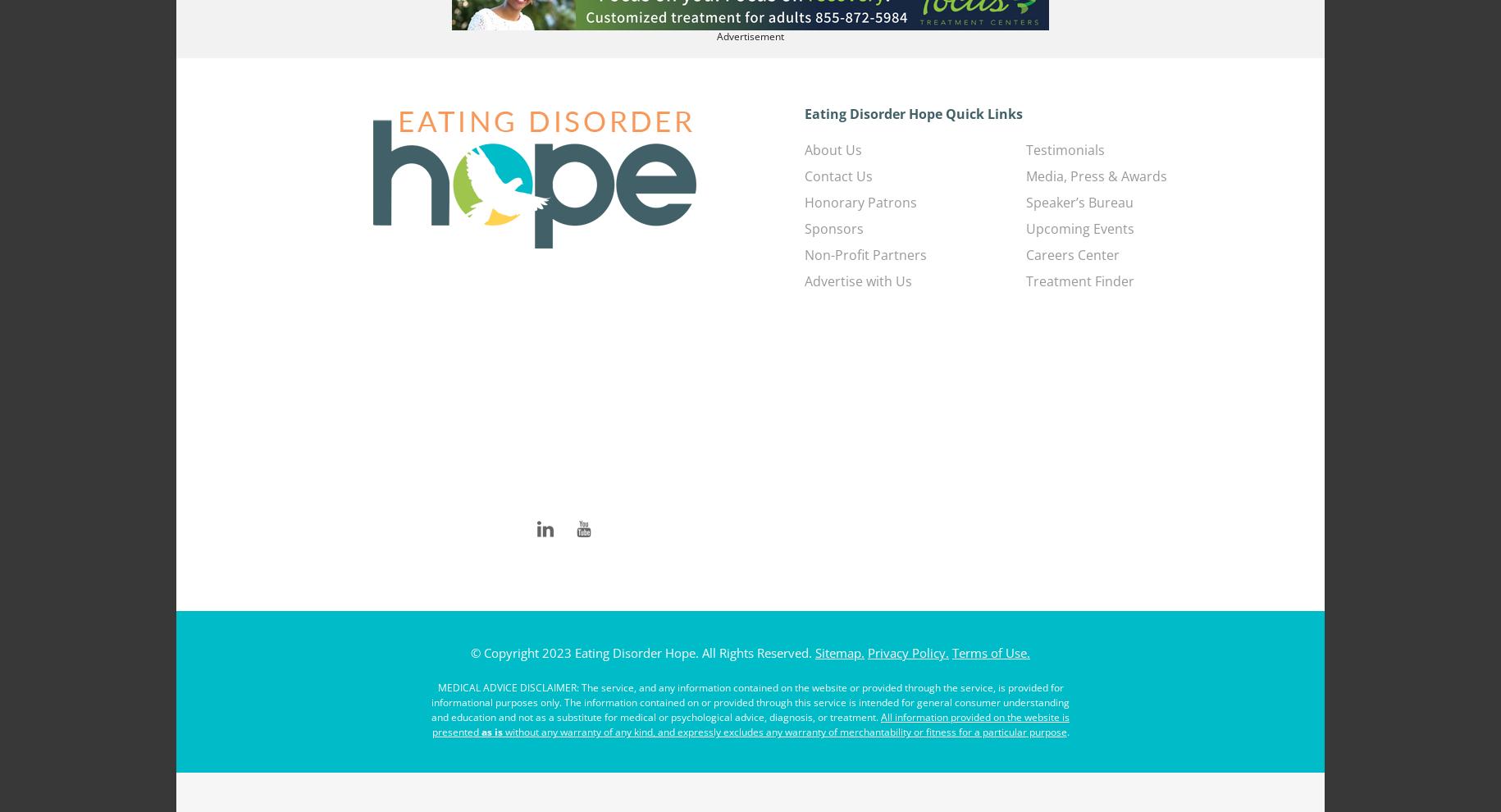  What do you see at coordinates (782, 731) in the screenshot?
I see `'without any warranty of any kind, and expressly excludes any warranty of merchantability or fitness for a particular purpose'` at bounding box center [782, 731].